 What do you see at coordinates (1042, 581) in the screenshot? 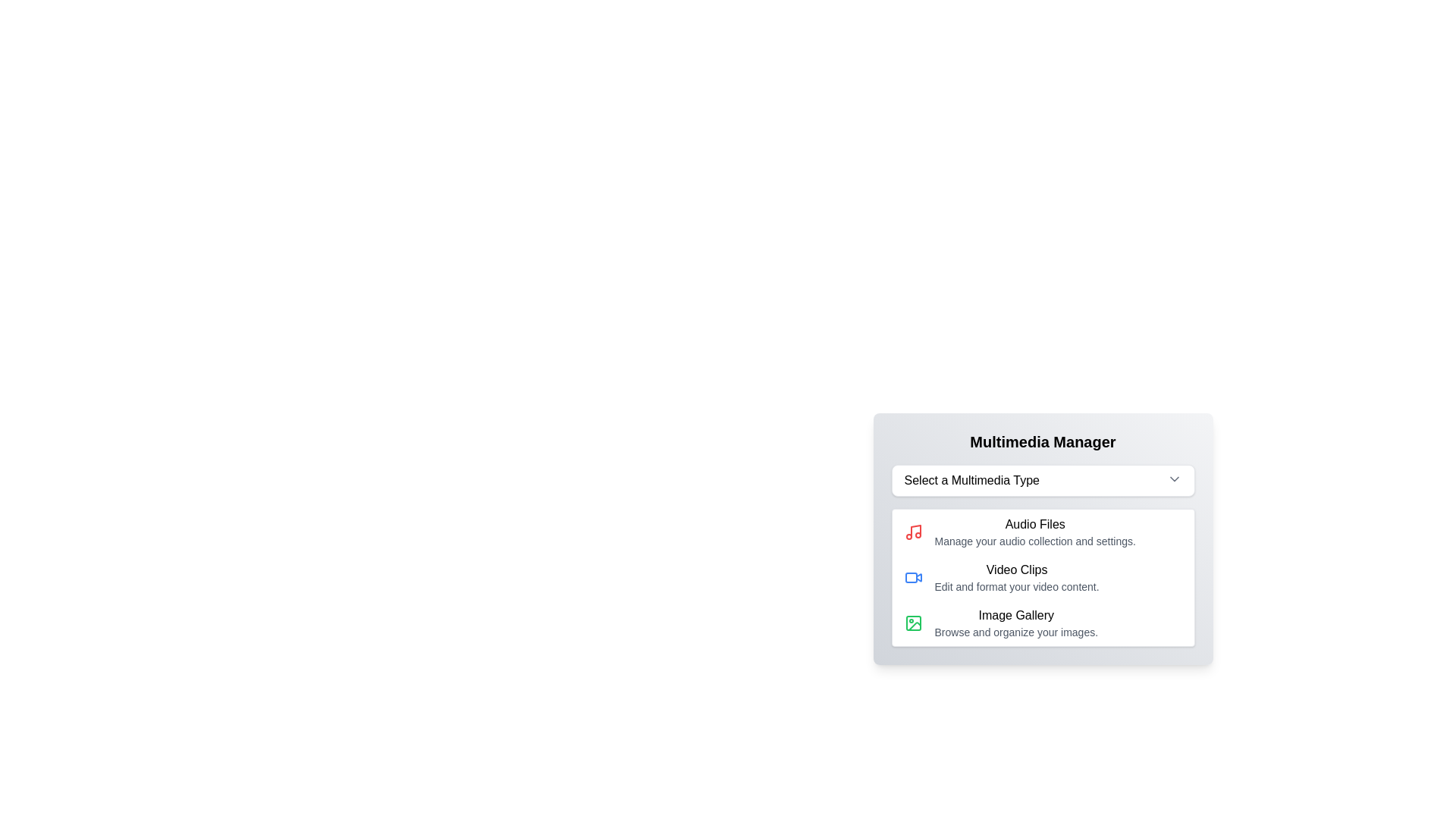
I see `the icons within the 'Multimedia Manager' module` at bounding box center [1042, 581].